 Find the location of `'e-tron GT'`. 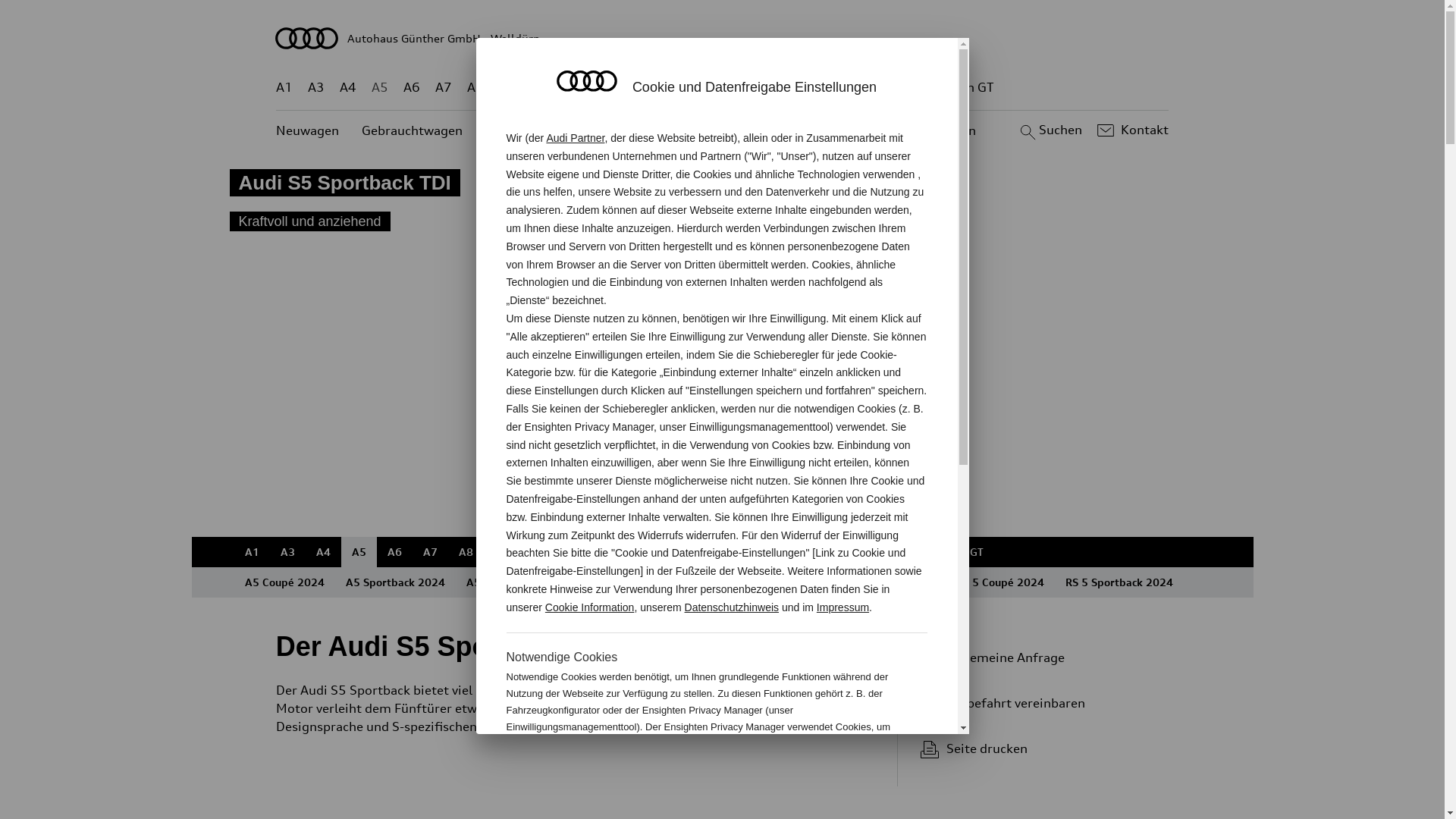

'e-tron GT' is located at coordinates (937, 87).